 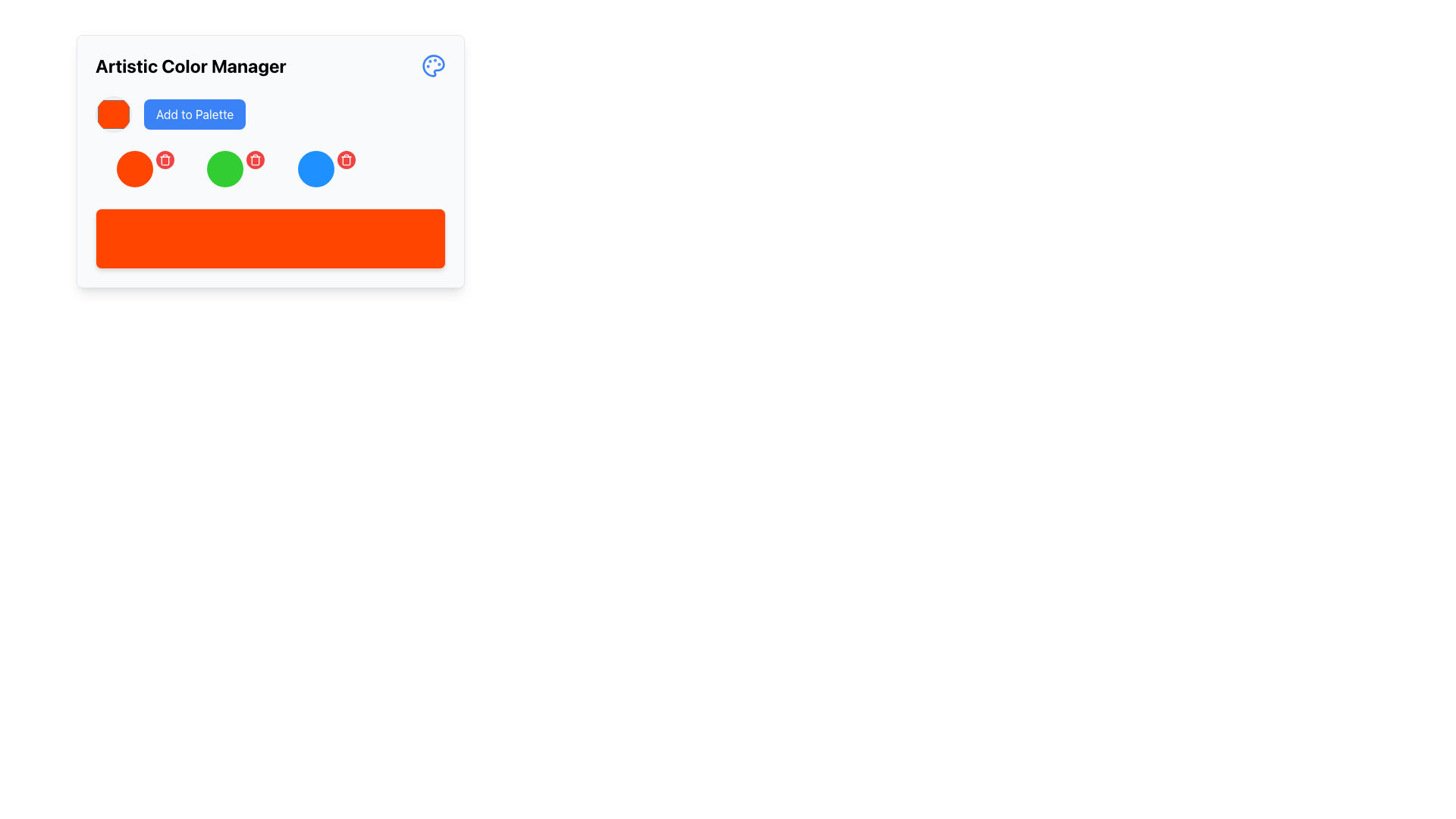 What do you see at coordinates (345, 160) in the screenshot?
I see `the deletion button associated with the blue color circle` at bounding box center [345, 160].